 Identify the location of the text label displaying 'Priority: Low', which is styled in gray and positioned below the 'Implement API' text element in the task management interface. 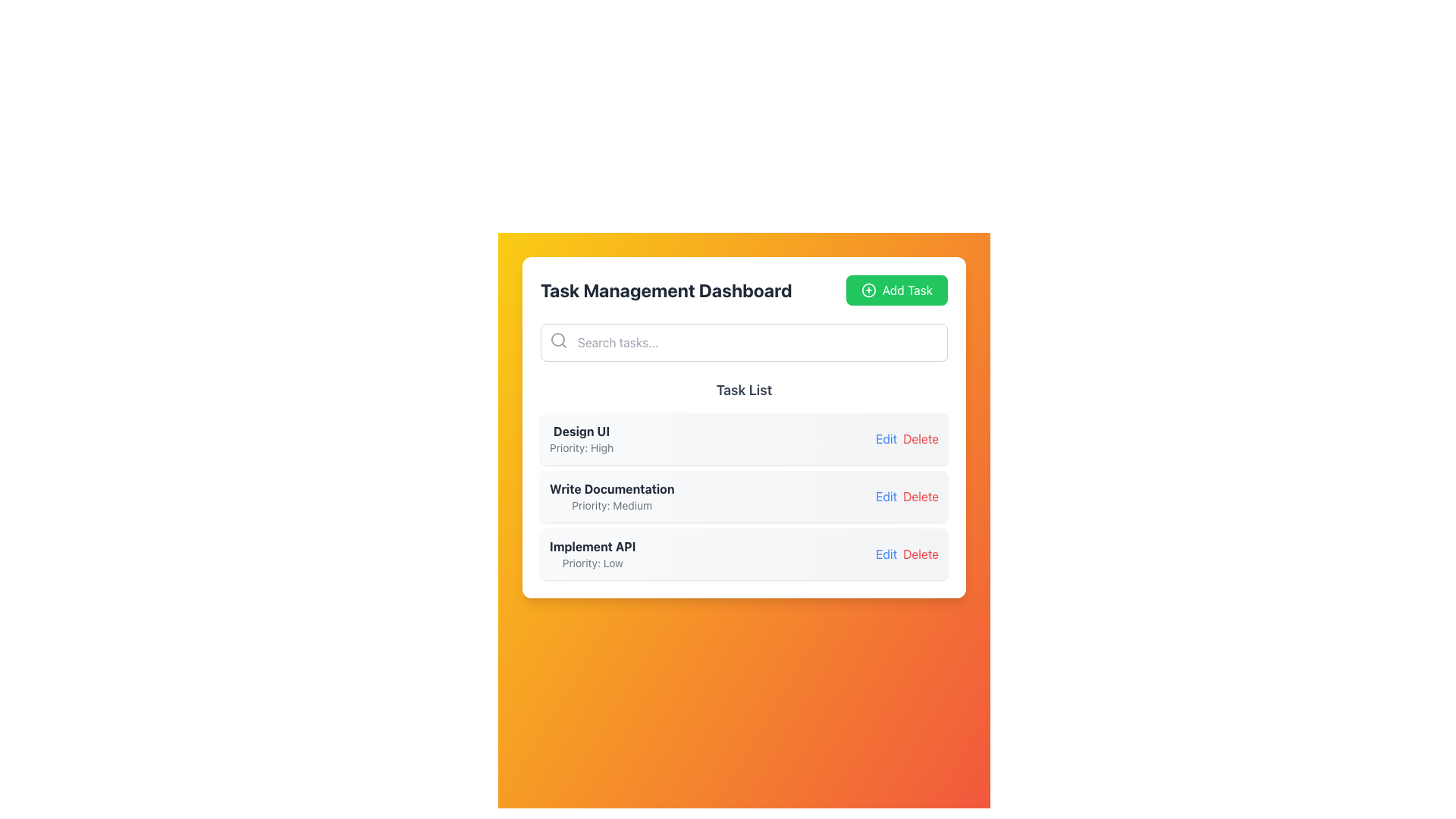
(591, 563).